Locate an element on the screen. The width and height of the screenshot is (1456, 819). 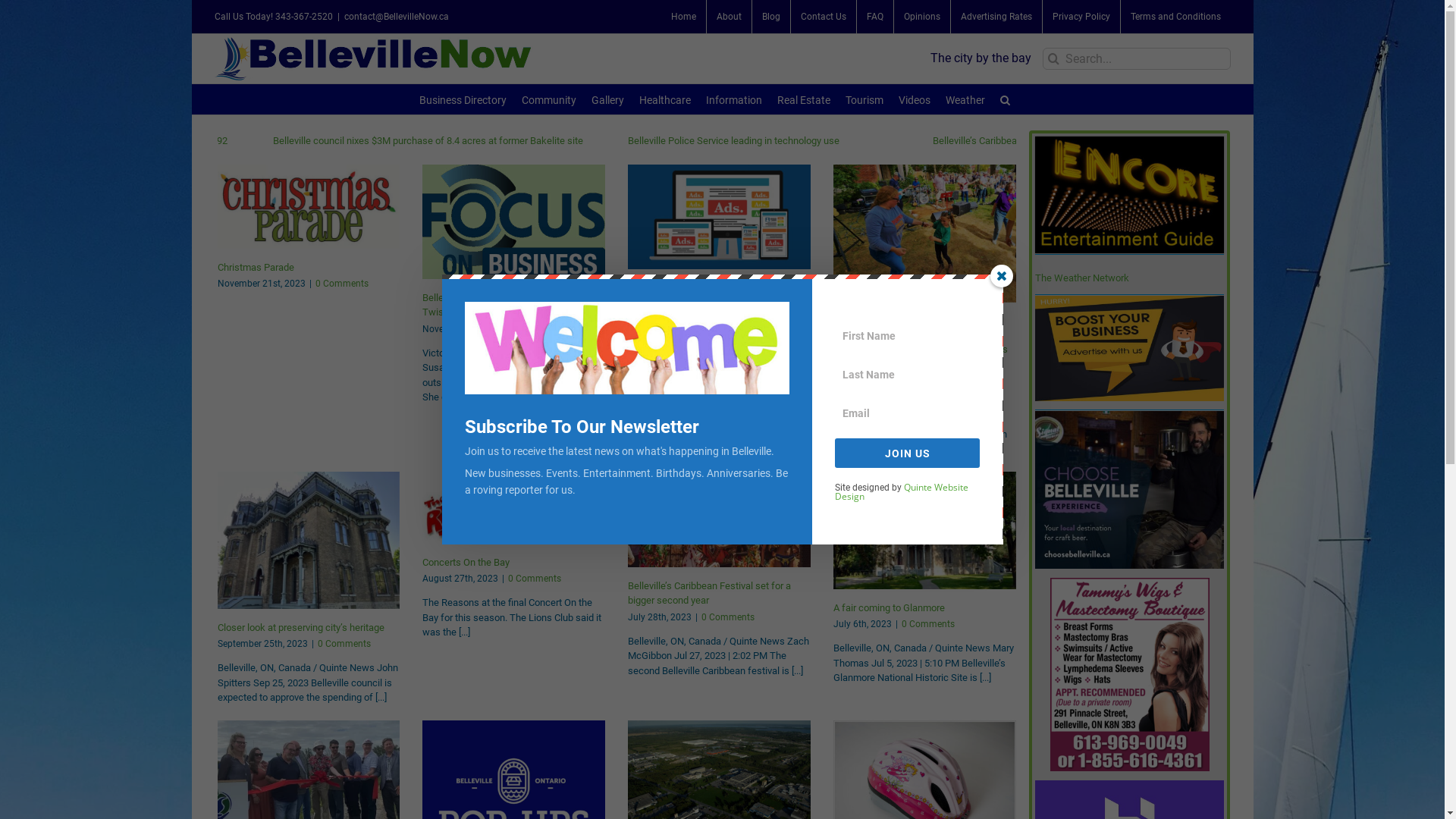
'Advertising Rates' is located at coordinates (996, 17).